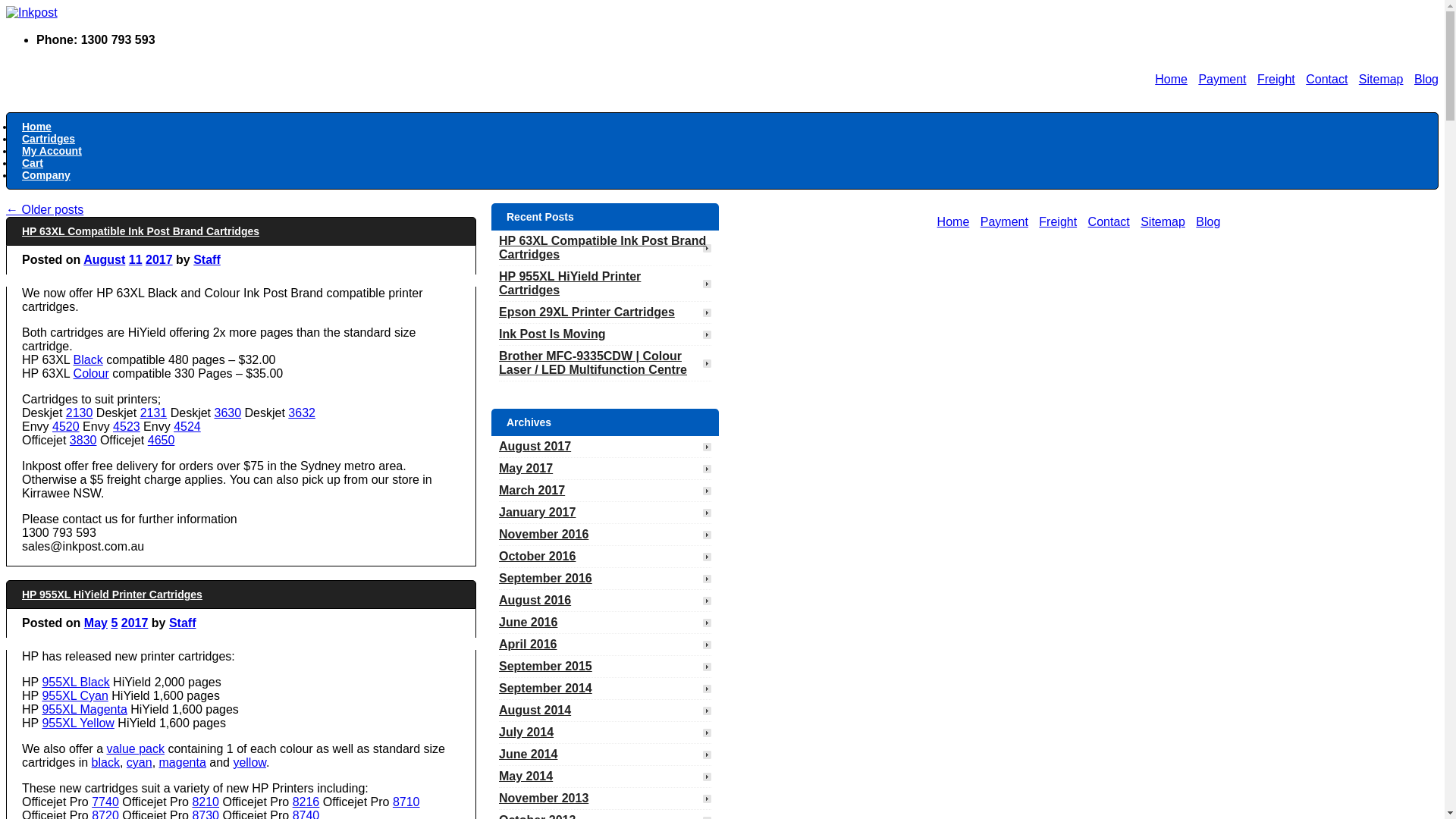  I want to click on 'November 2013', so click(550, 797).